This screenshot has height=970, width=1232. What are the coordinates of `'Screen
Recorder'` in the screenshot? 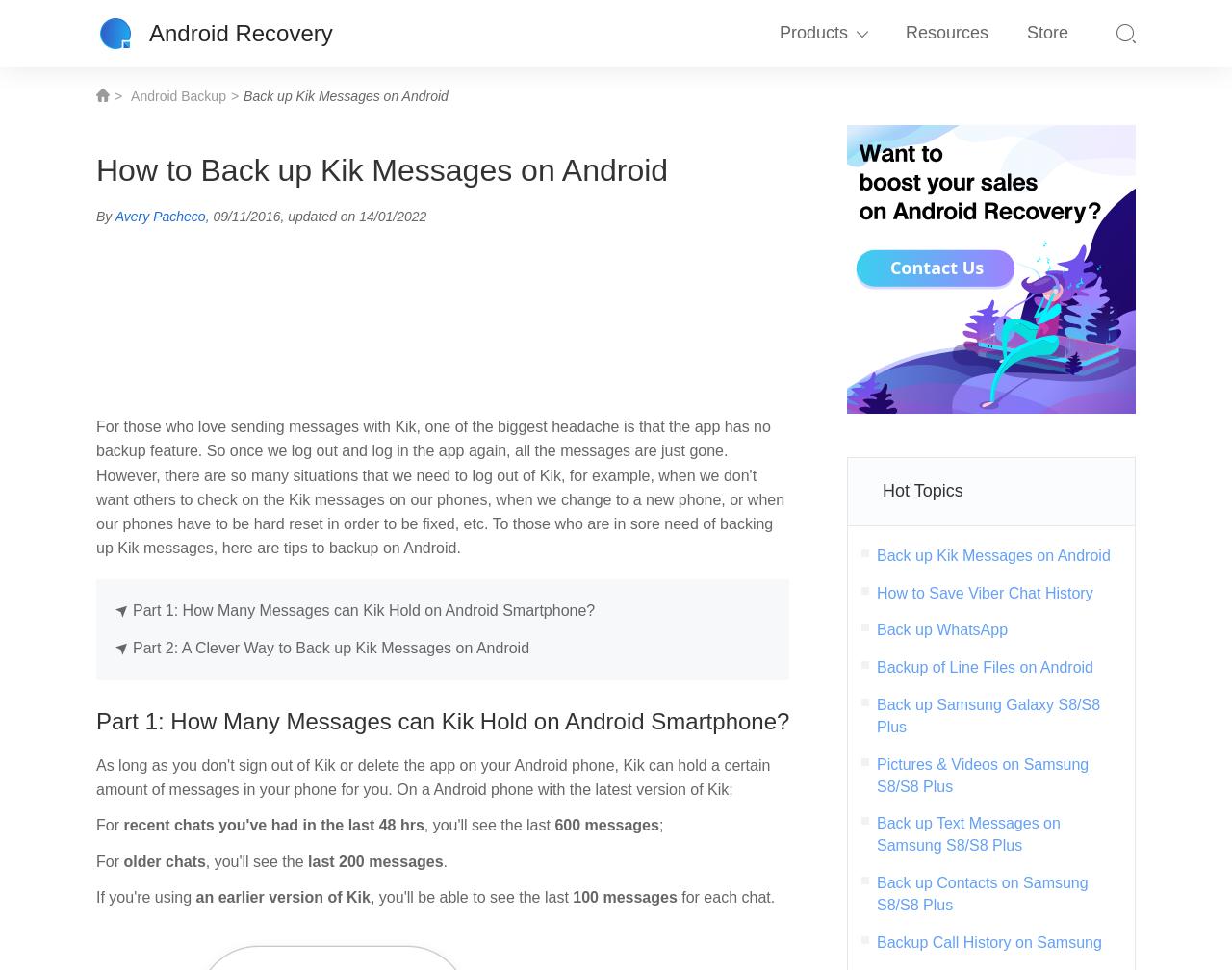 It's located at (972, 238).